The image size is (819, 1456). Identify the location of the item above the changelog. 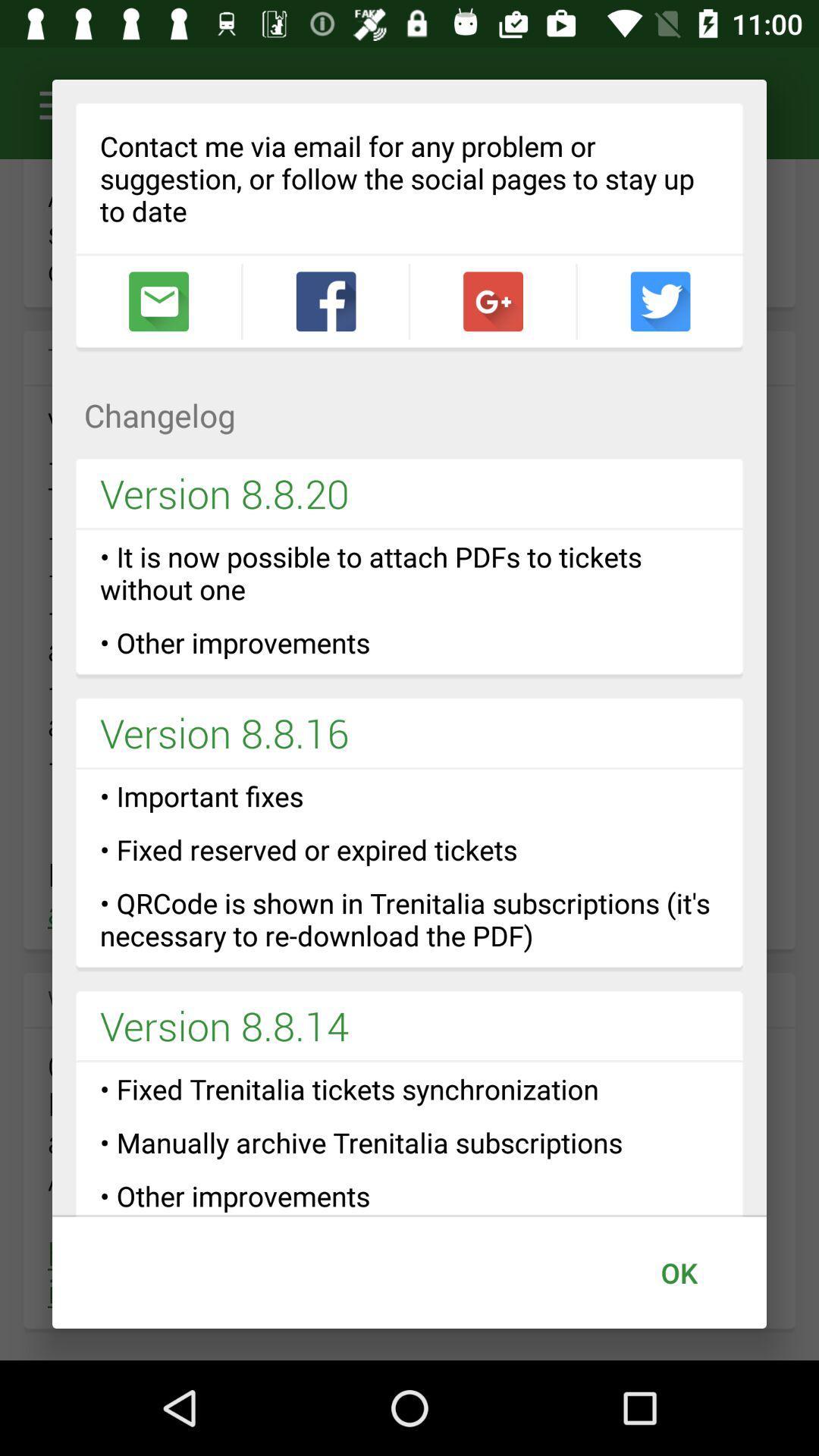
(325, 301).